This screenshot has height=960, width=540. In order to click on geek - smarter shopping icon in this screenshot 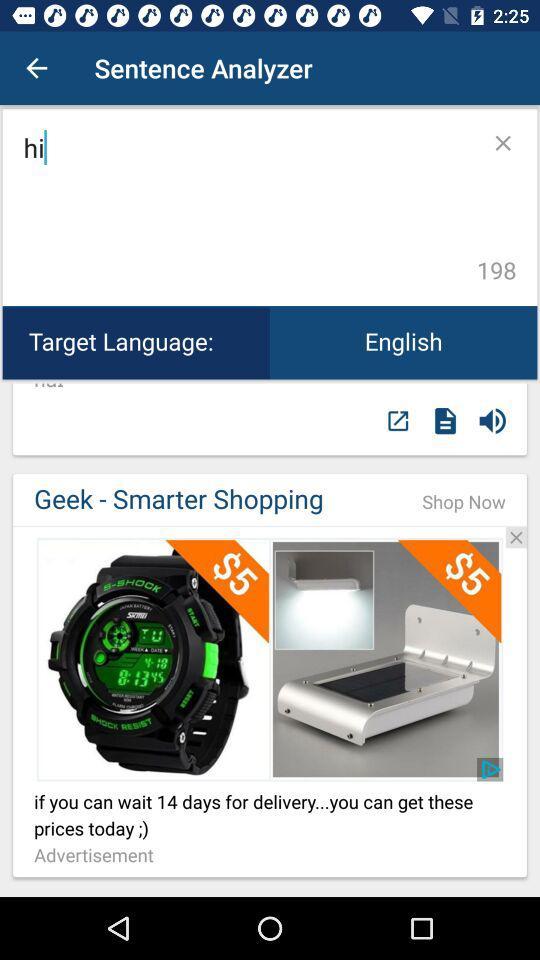, I will do `click(206, 498)`.